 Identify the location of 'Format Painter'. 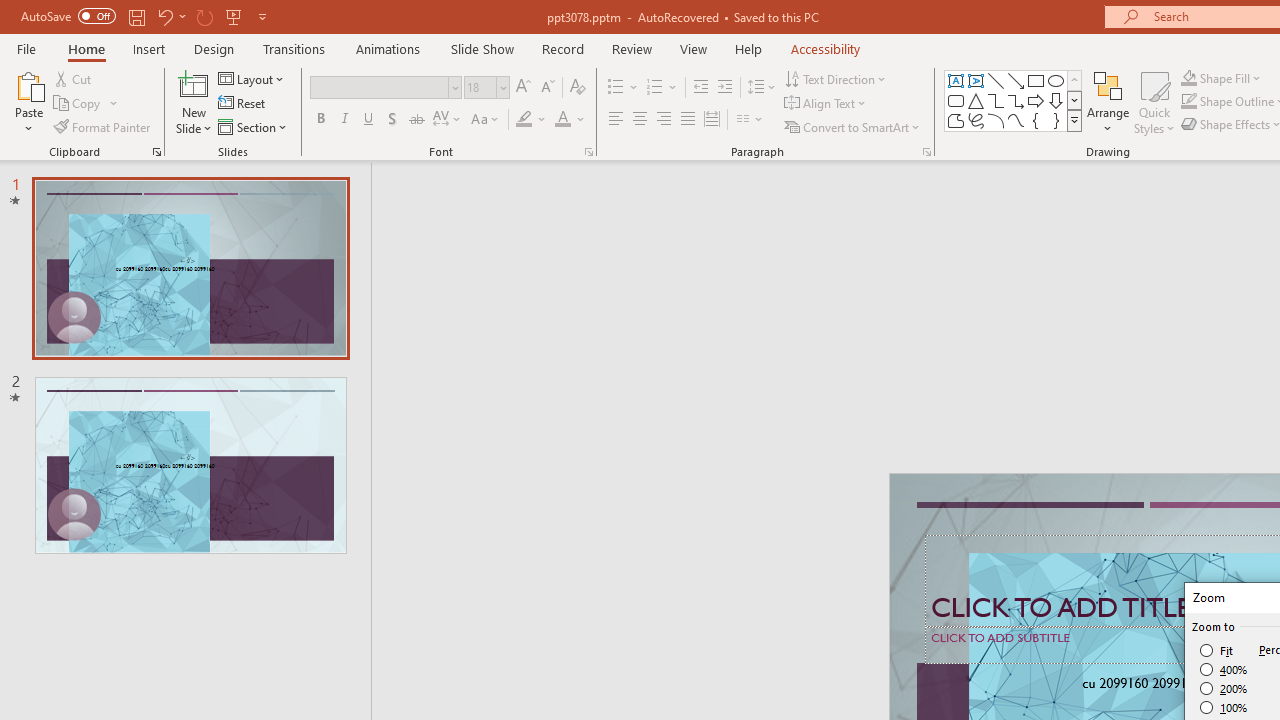
(102, 127).